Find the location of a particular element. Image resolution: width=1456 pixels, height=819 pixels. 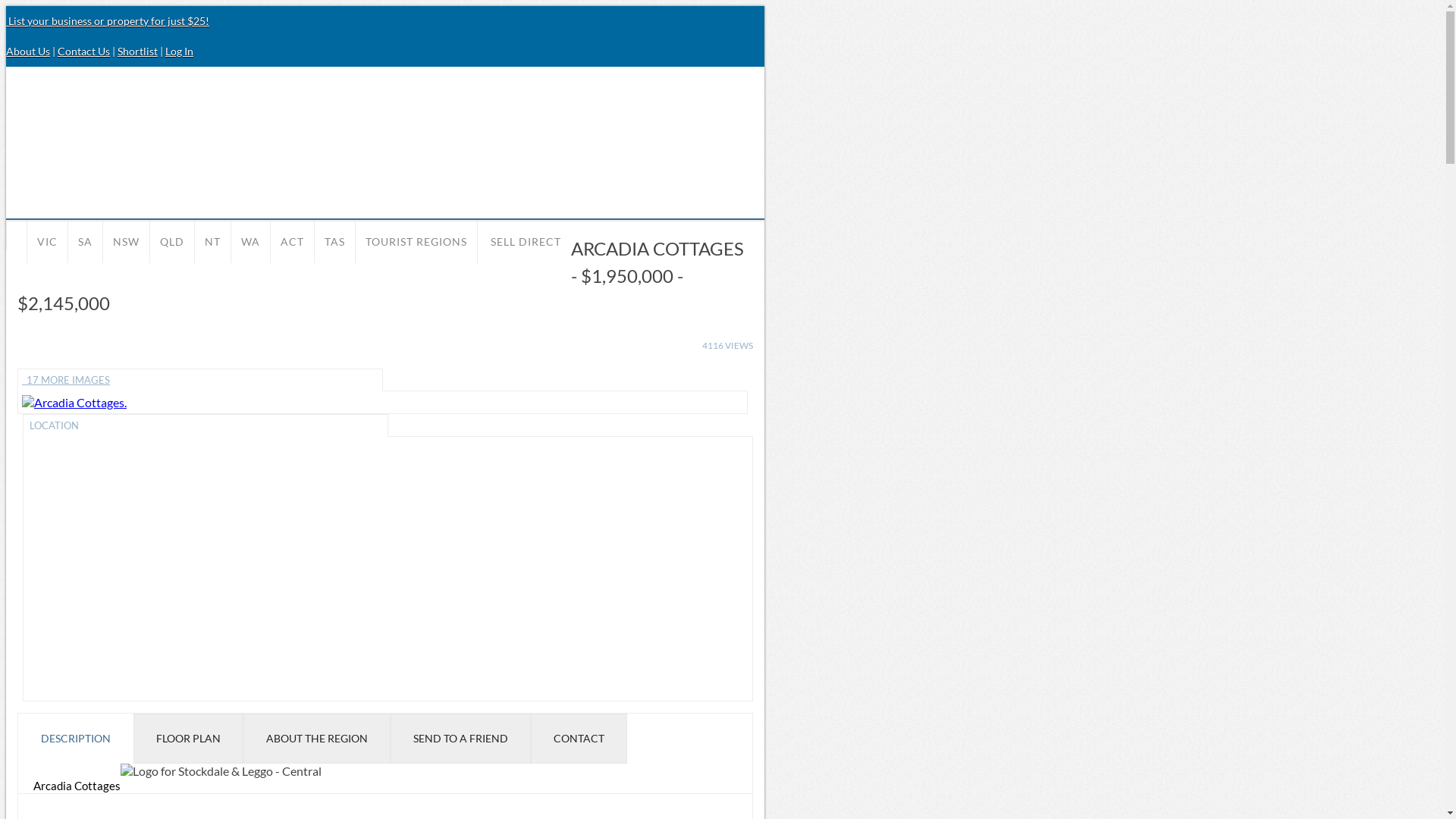

'TOURIST REGIONS' is located at coordinates (416, 240).